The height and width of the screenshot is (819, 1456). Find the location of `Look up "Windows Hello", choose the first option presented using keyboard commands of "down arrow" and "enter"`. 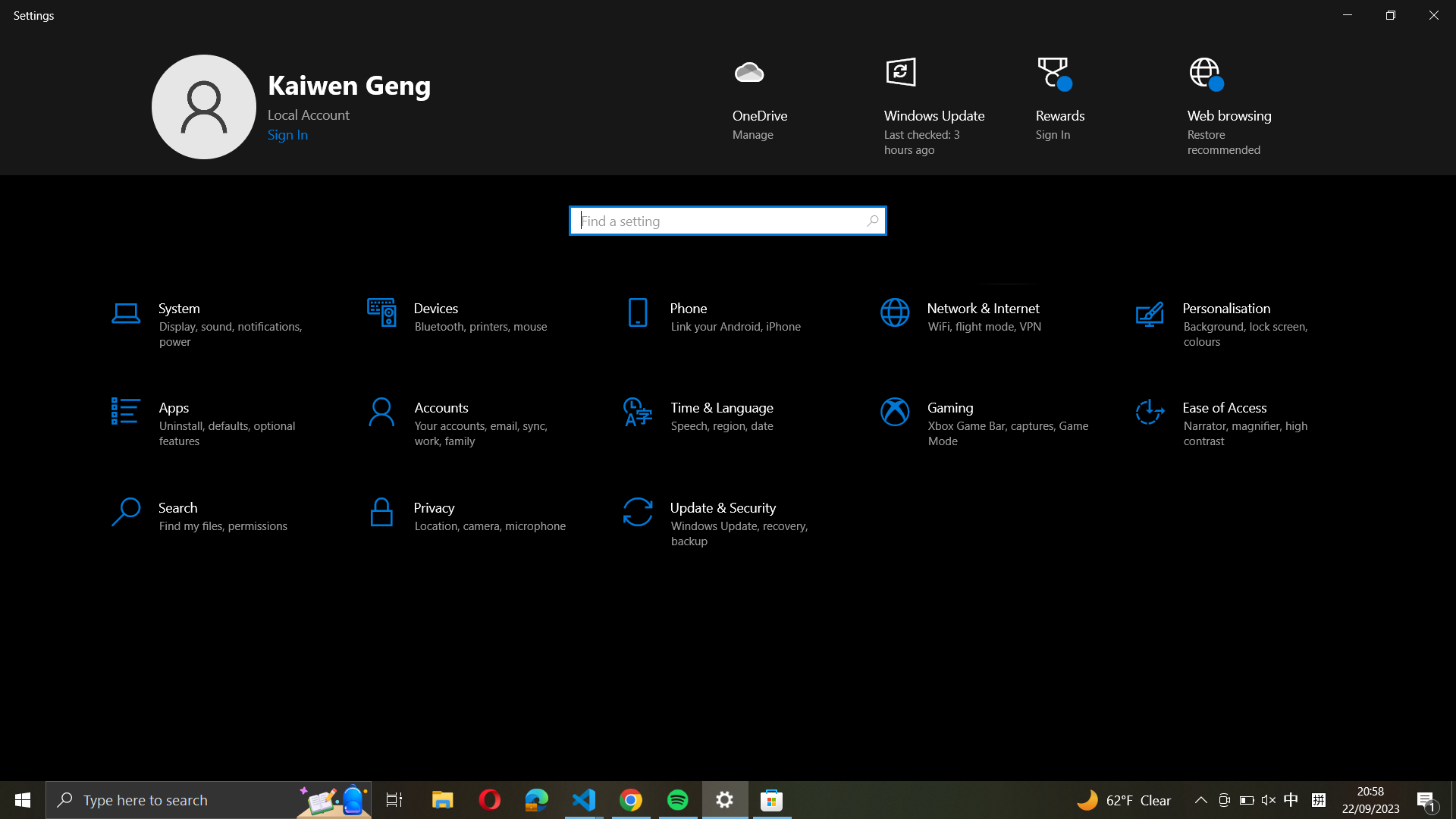

Look up "Windows Hello", choose the first option presented using keyboard commands of "down arrow" and "enter" is located at coordinates (726, 219).